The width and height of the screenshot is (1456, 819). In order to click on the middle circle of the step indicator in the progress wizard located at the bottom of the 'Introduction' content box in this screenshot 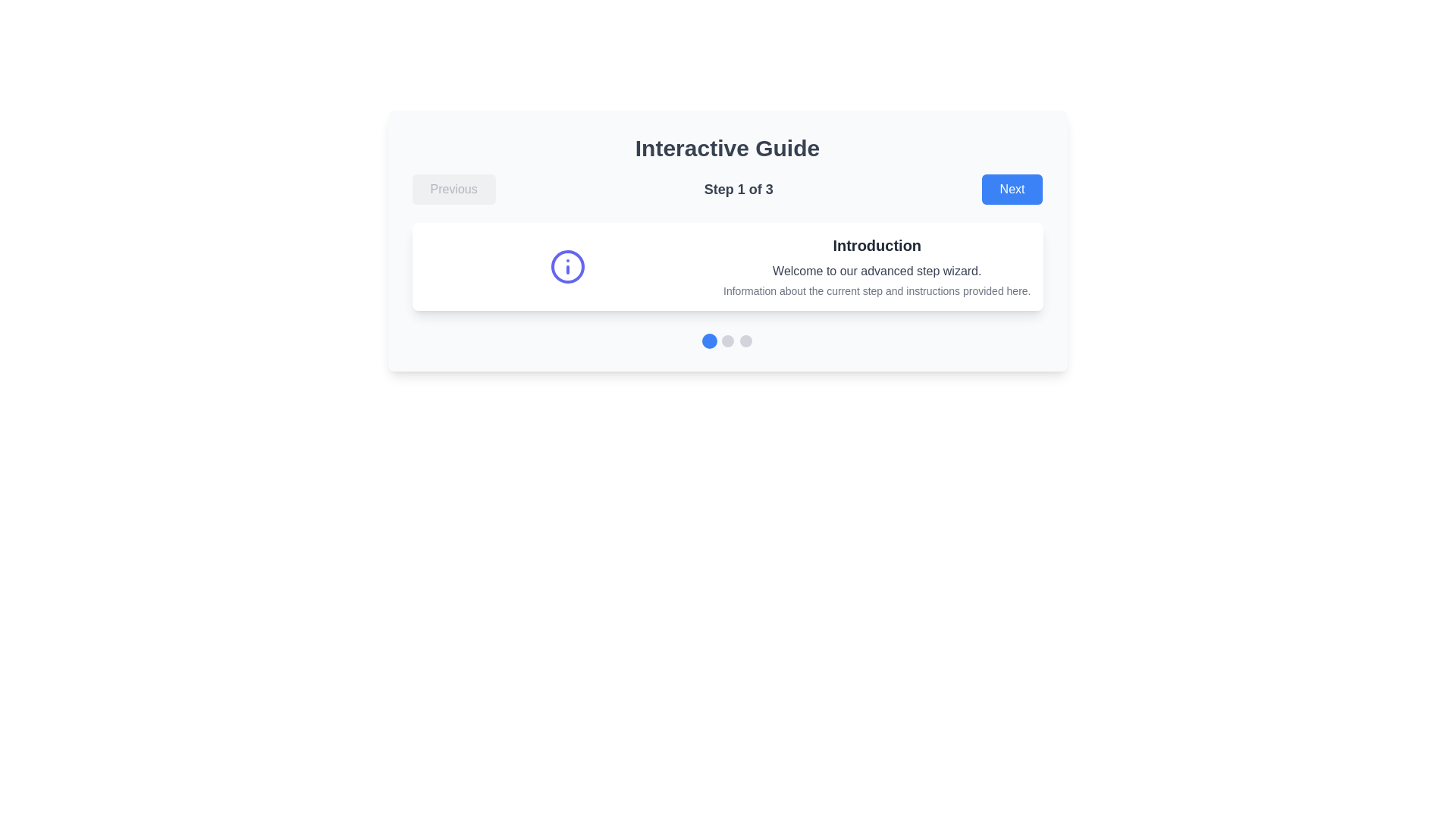, I will do `click(726, 341)`.